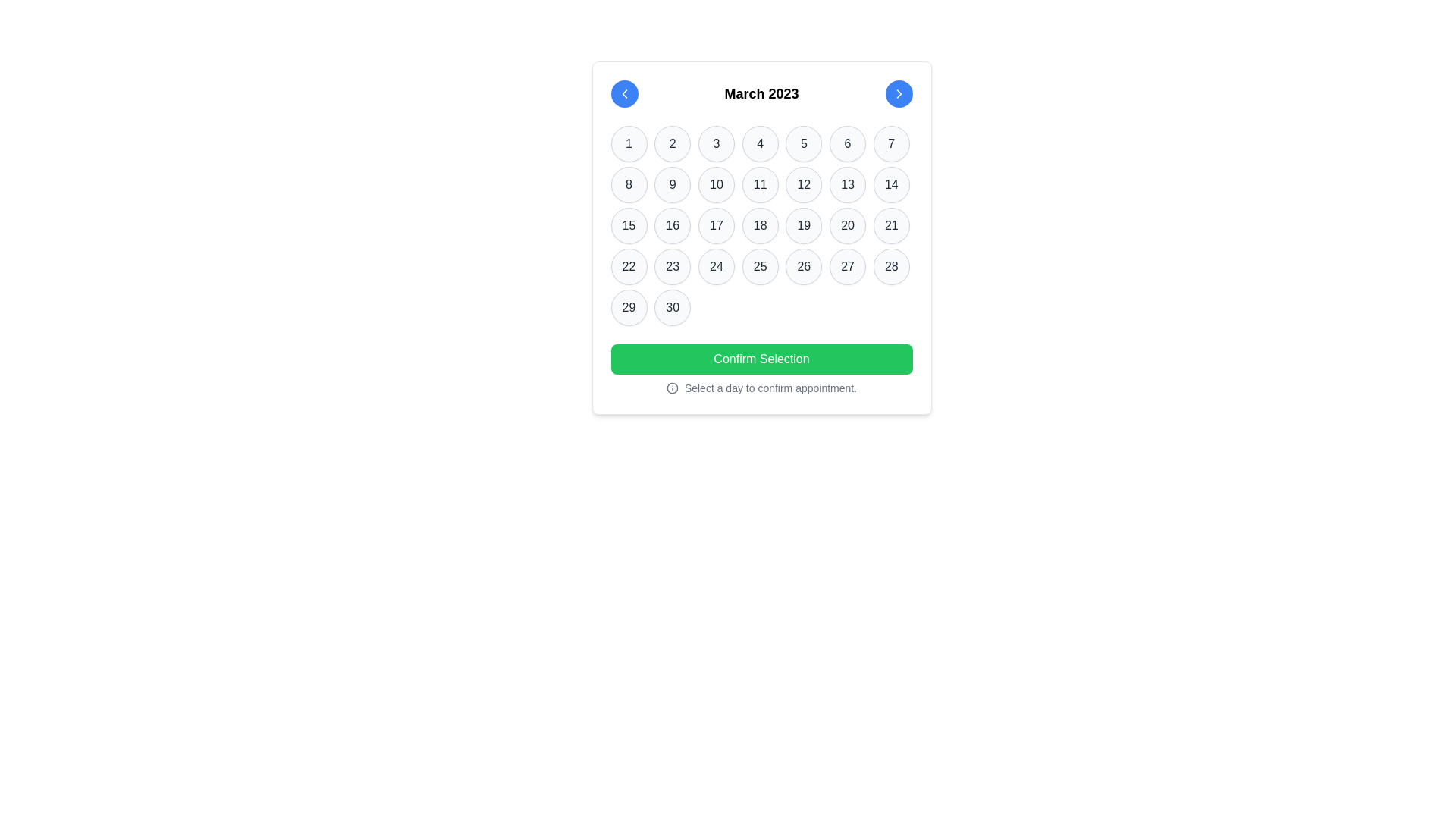 This screenshot has width=1456, height=819. I want to click on the first date button in the calendar, which is located at the top left of the grid layout, so click(629, 143).